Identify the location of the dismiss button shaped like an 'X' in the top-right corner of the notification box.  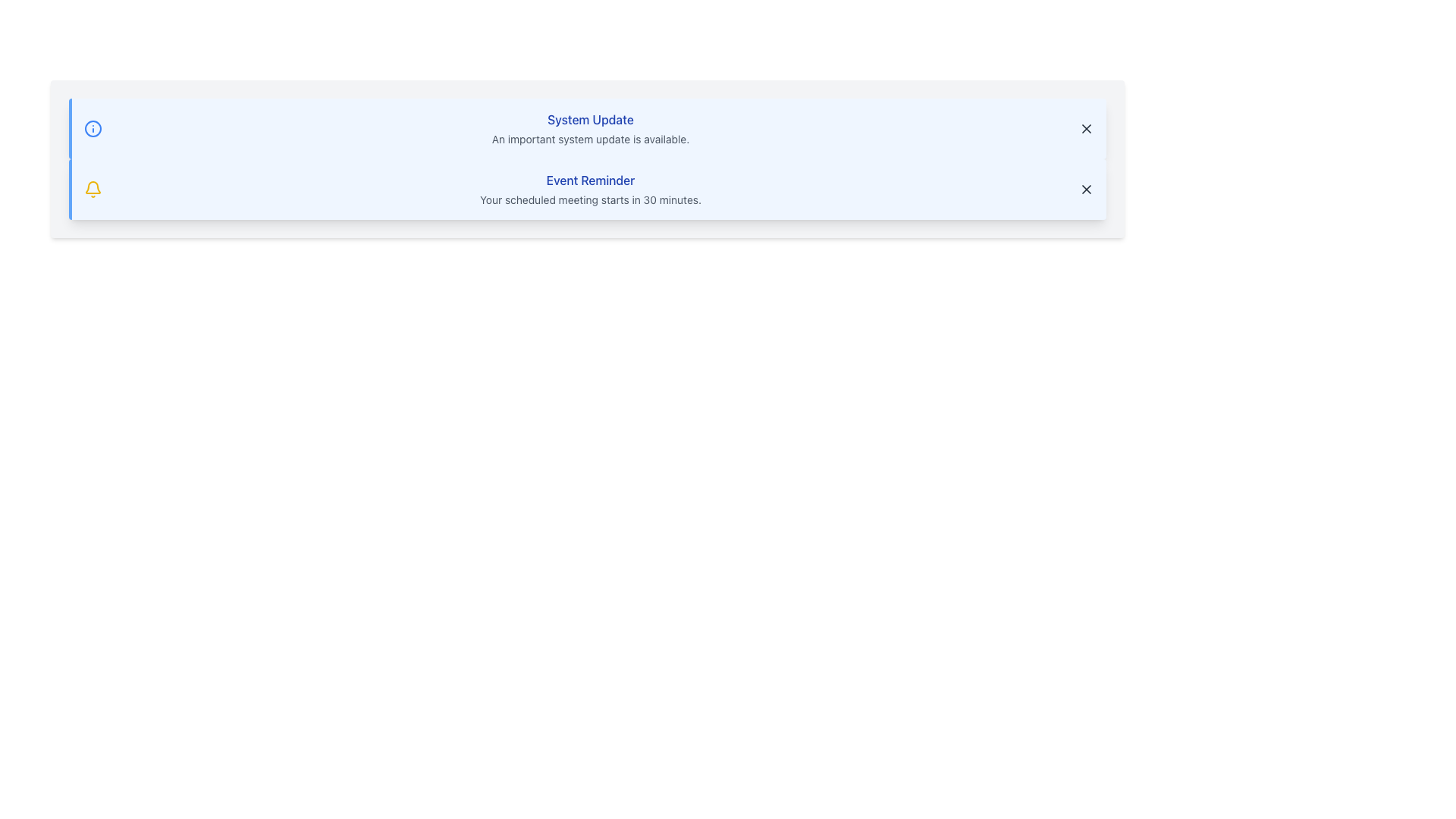
(1086, 189).